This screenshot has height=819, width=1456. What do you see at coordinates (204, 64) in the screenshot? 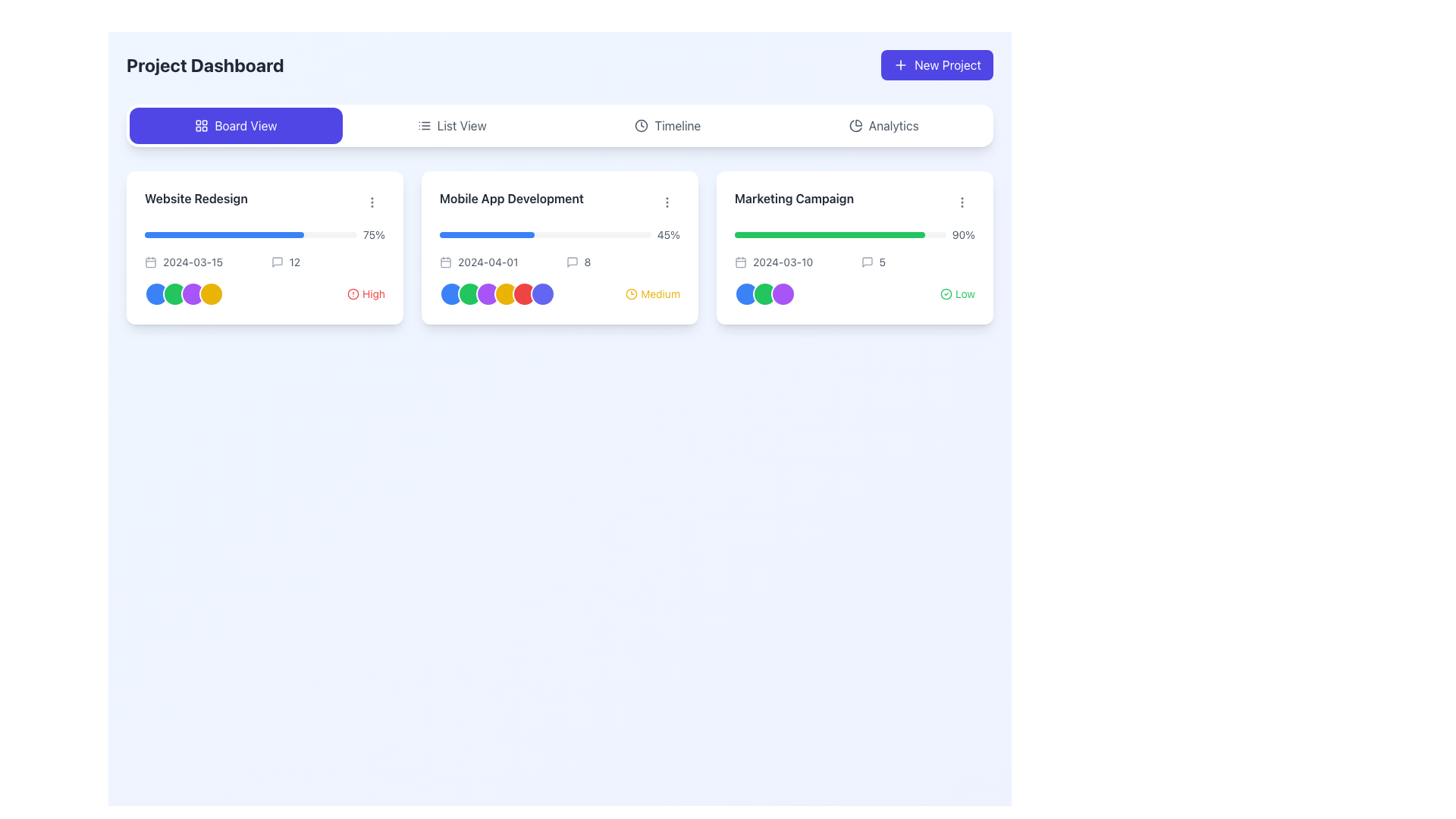
I see `the Text label that serves as a heading for the dashboard interface, located in the top-left corner, to the left of the 'New Project' button` at bounding box center [204, 64].